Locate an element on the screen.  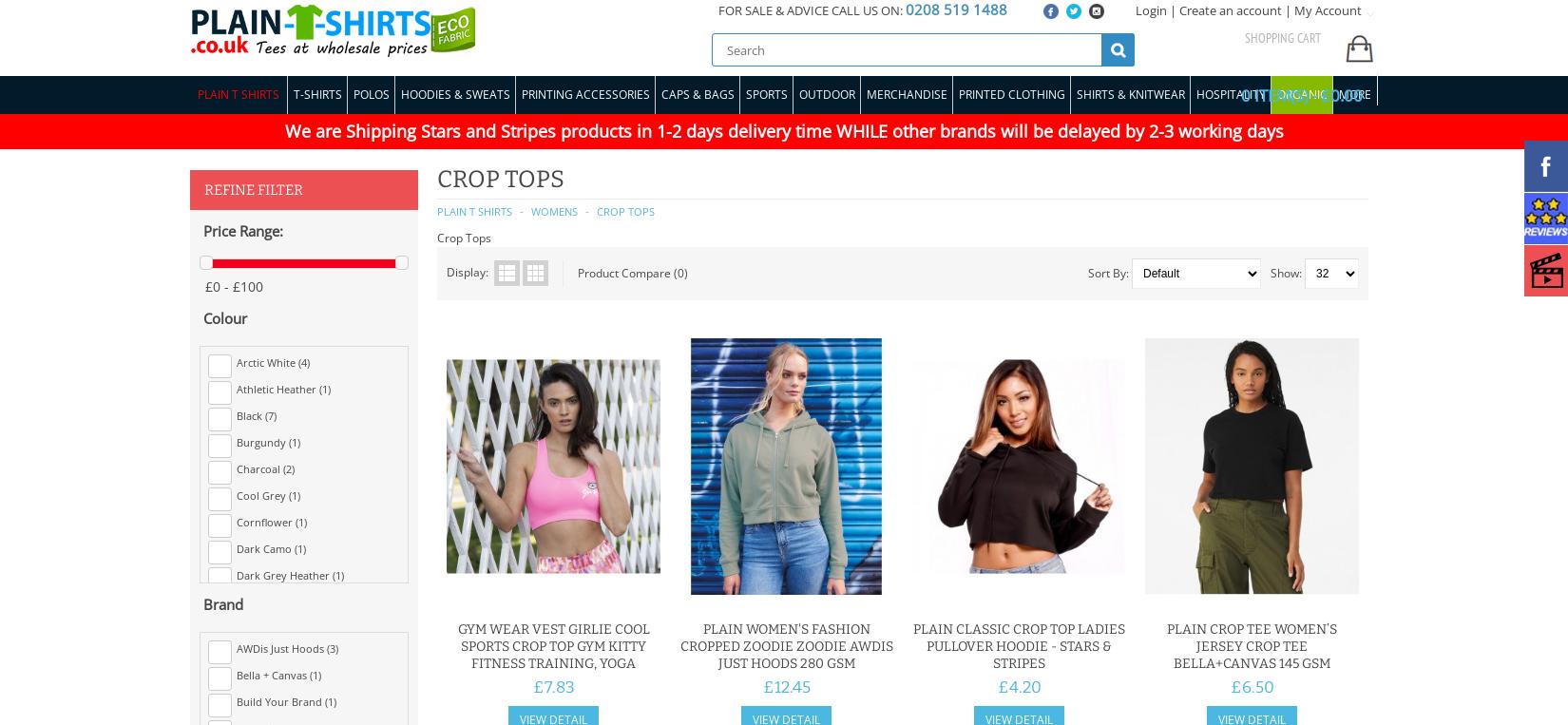
'Burgundy (1)' is located at coordinates (268, 440).